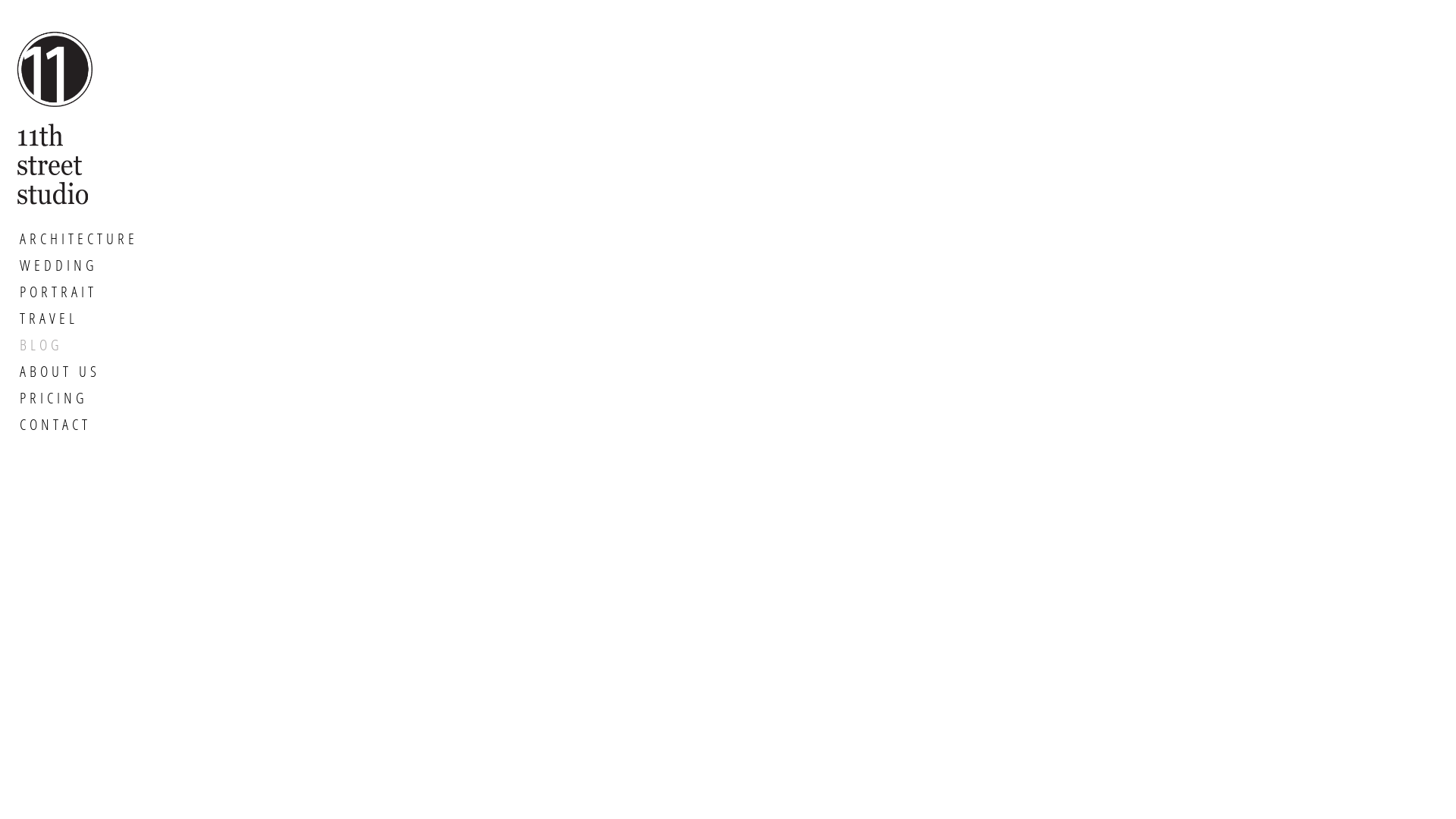 The width and height of the screenshot is (1456, 819). Describe the element at coordinates (78, 265) in the screenshot. I see `'WEDDING'` at that location.